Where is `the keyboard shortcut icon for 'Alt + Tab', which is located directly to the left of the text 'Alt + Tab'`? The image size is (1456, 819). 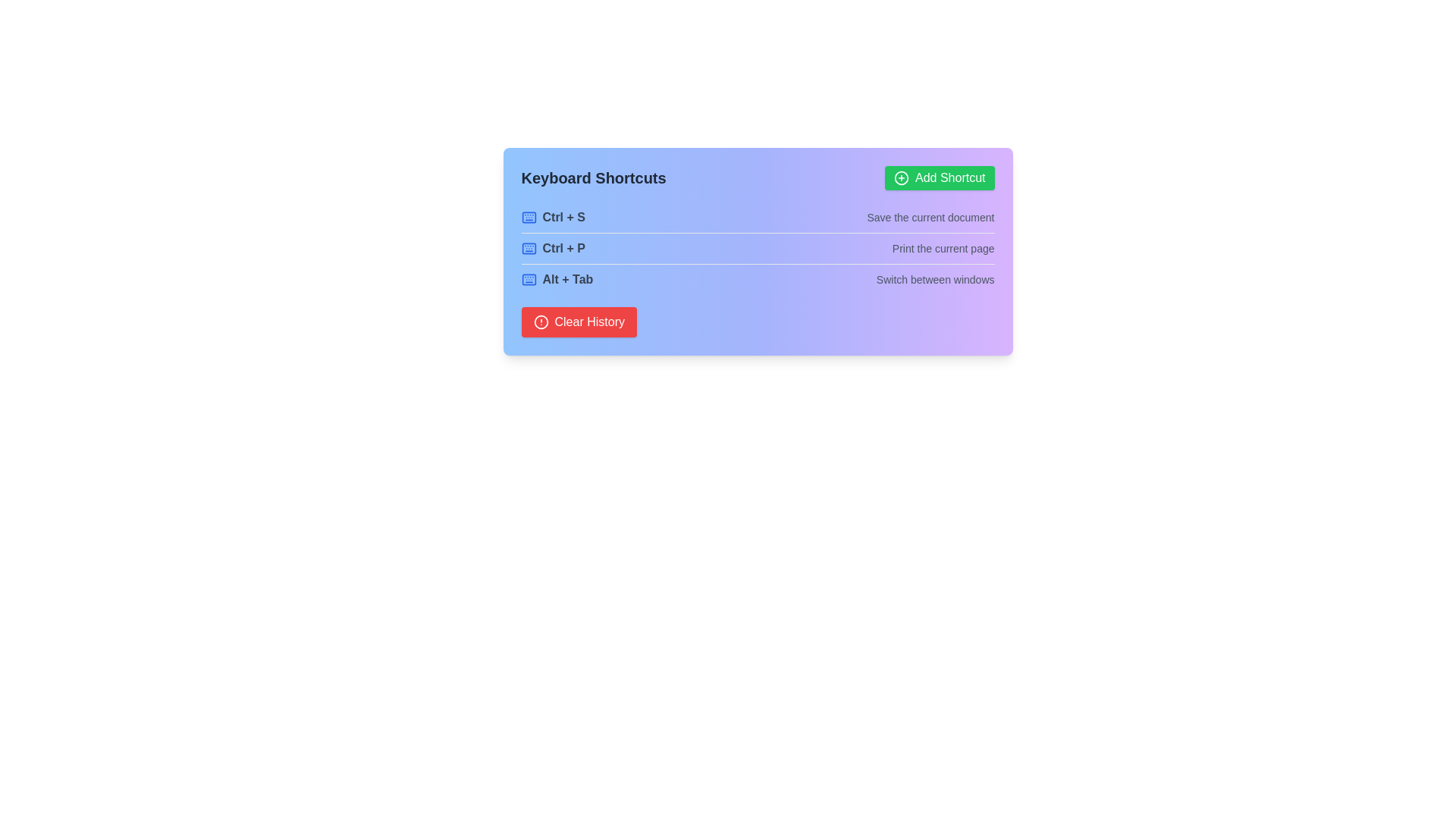
the keyboard shortcut icon for 'Alt + Tab', which is located directly to the left of the text 'Alt + Tab' is located at coordinates (529, 280).